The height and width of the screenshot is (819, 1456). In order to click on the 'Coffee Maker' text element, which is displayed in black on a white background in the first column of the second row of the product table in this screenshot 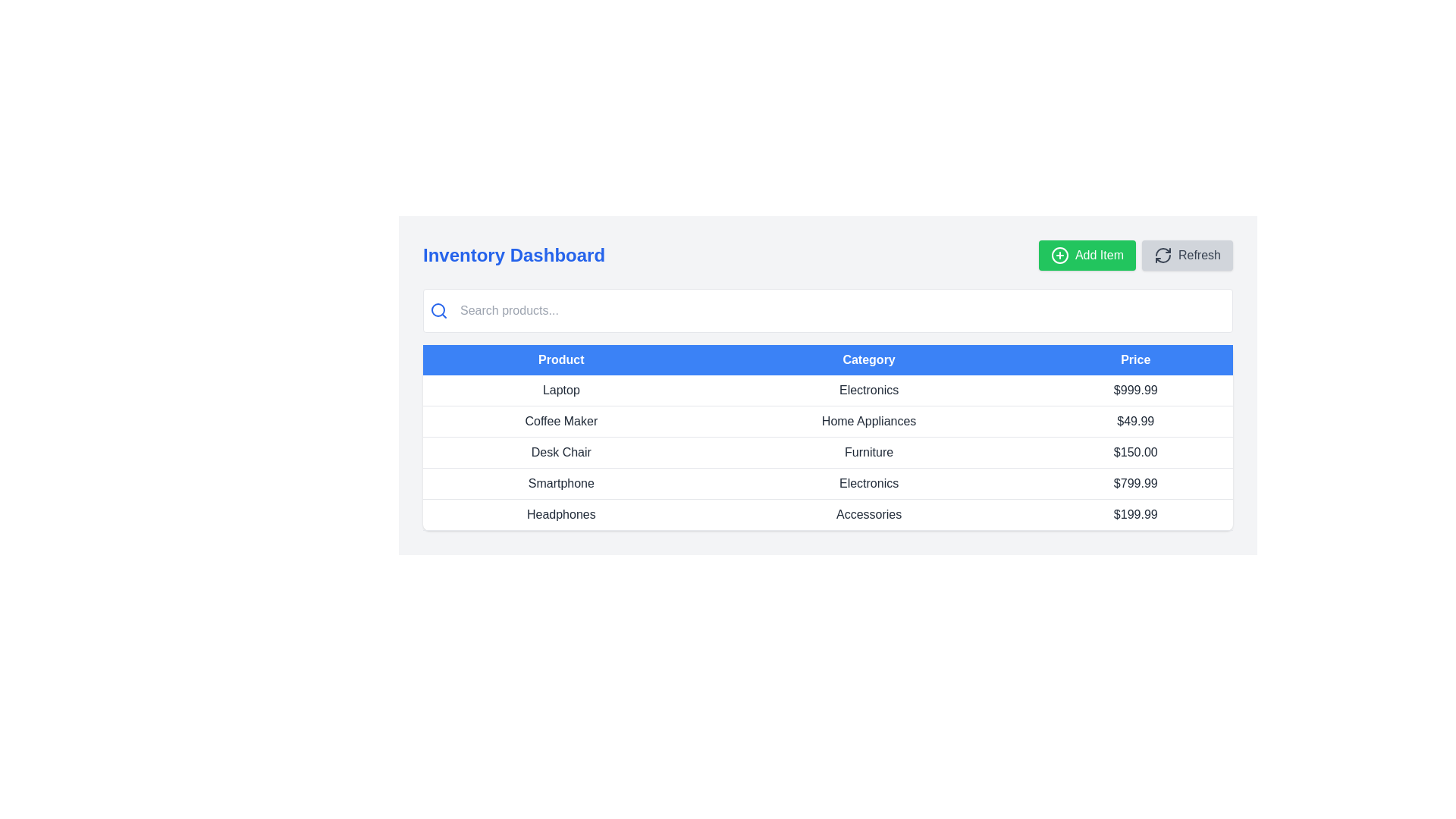, I will do `click(560, 421)`.